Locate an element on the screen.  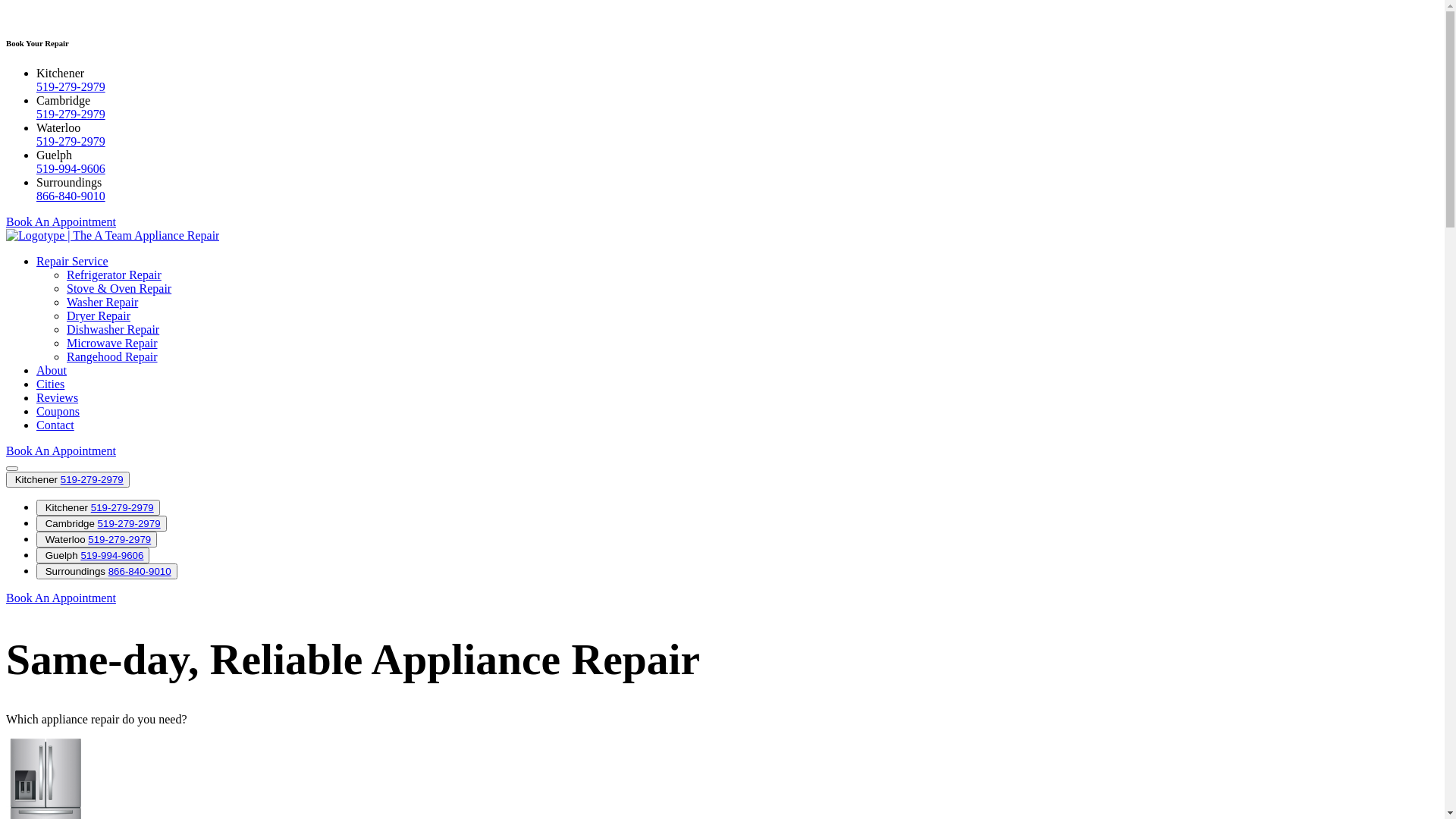
'Contact' is located at coordinates (36, 425).